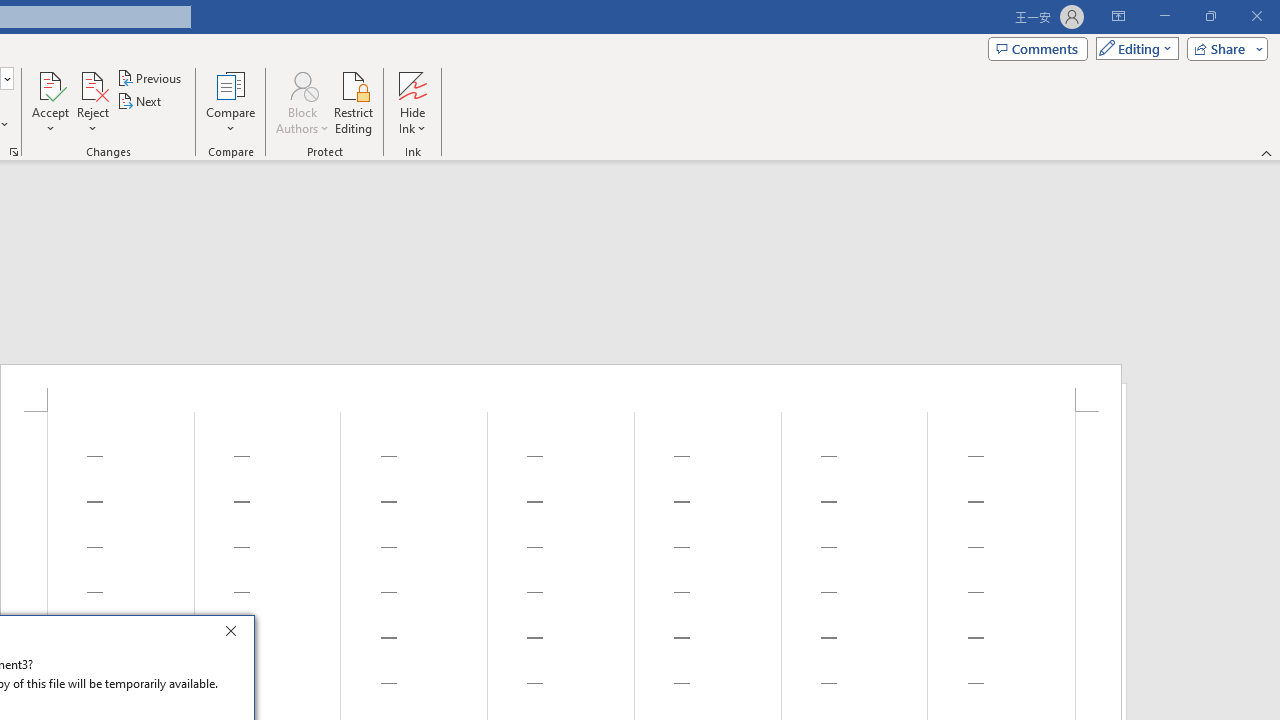 The height and width of the screenshot is (720, 1280). I want to click on 'Previous', so click(150, 77).